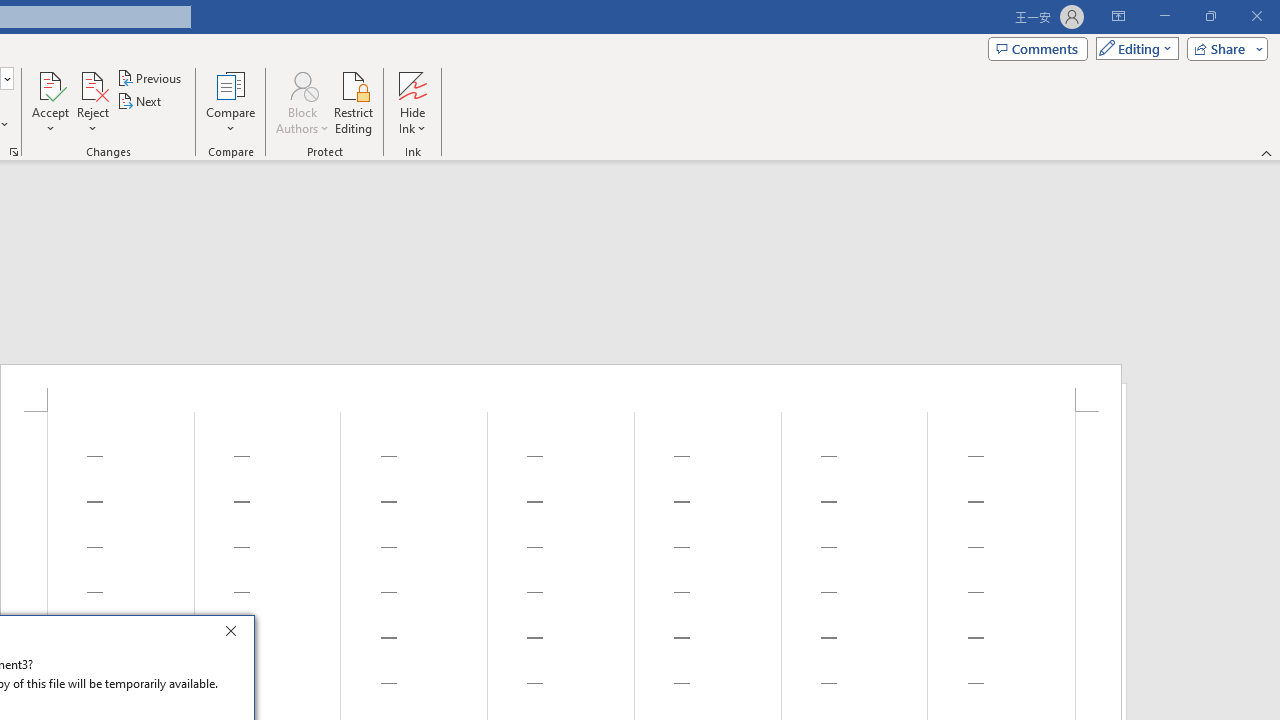 The height and width of the screenshot is (720, 1280). I want to click on 'Previous', so click(150, 77).